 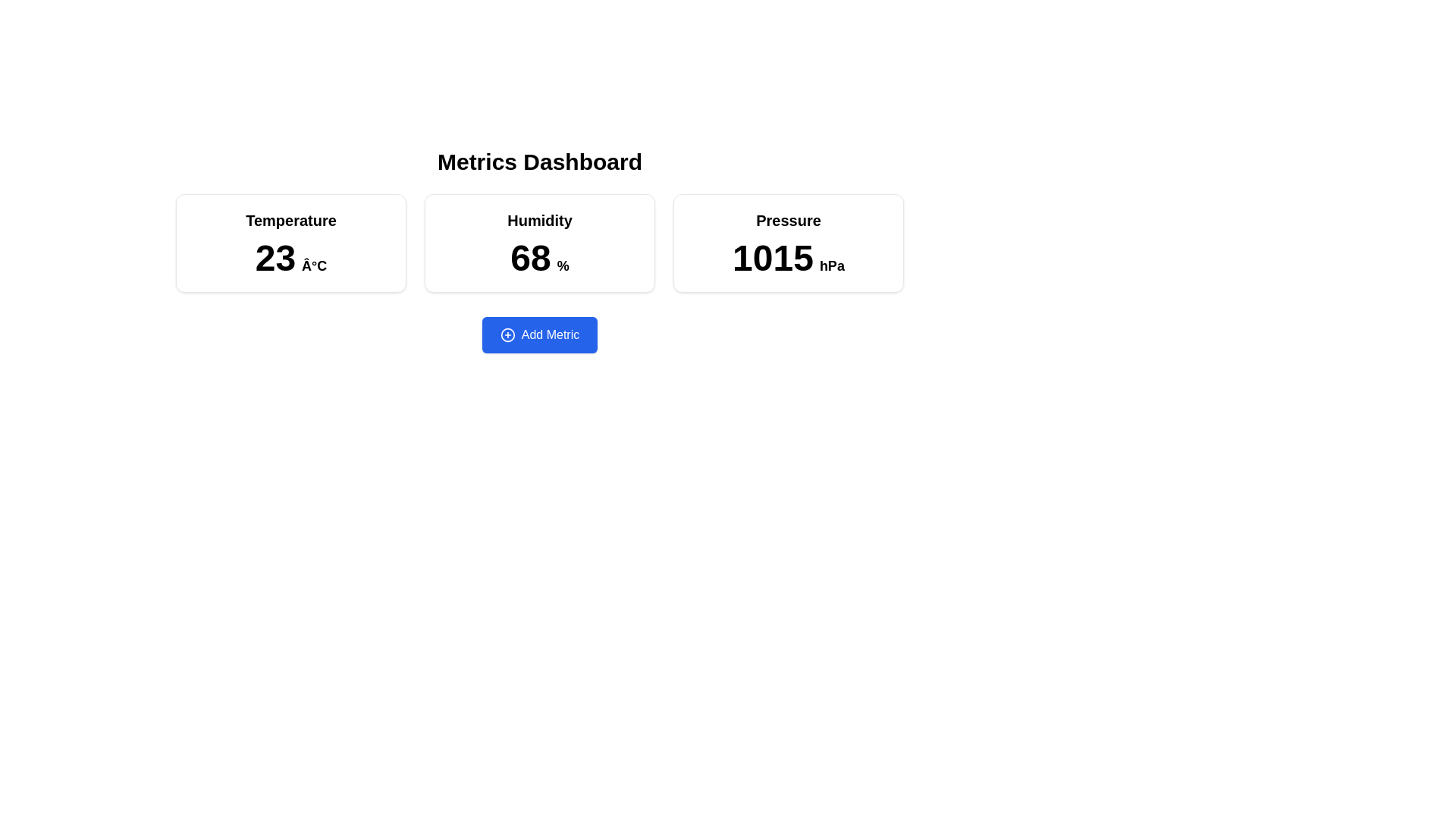 I want to click on the small text label displaying the unit '°C', which is positioned immediately to the right of the numeral '23' in the 'Temperature' panel of the dashboard, so click(x=313, y=265).